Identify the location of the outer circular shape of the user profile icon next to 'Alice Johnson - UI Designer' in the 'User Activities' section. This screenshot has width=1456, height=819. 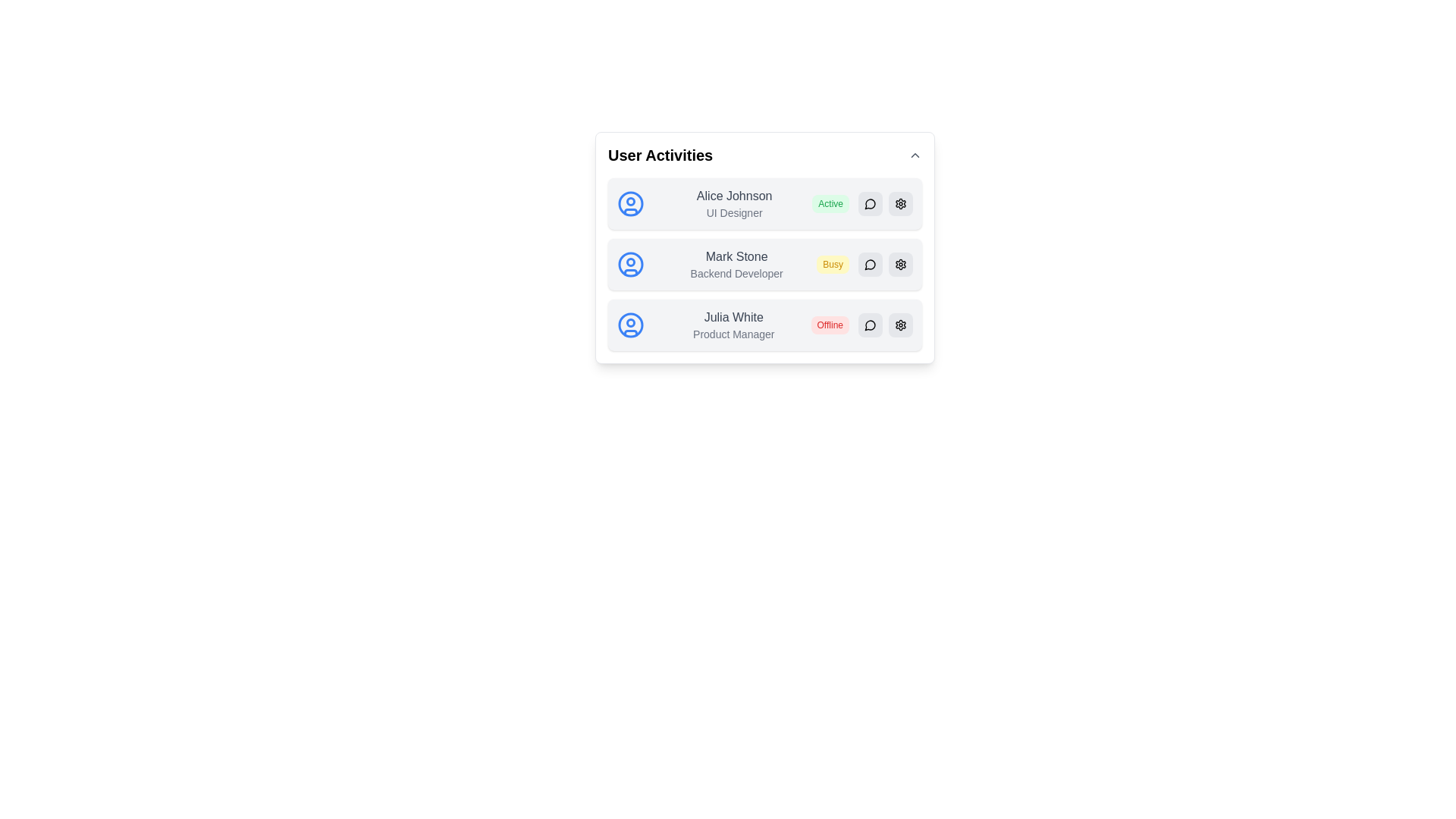
(630, 203).